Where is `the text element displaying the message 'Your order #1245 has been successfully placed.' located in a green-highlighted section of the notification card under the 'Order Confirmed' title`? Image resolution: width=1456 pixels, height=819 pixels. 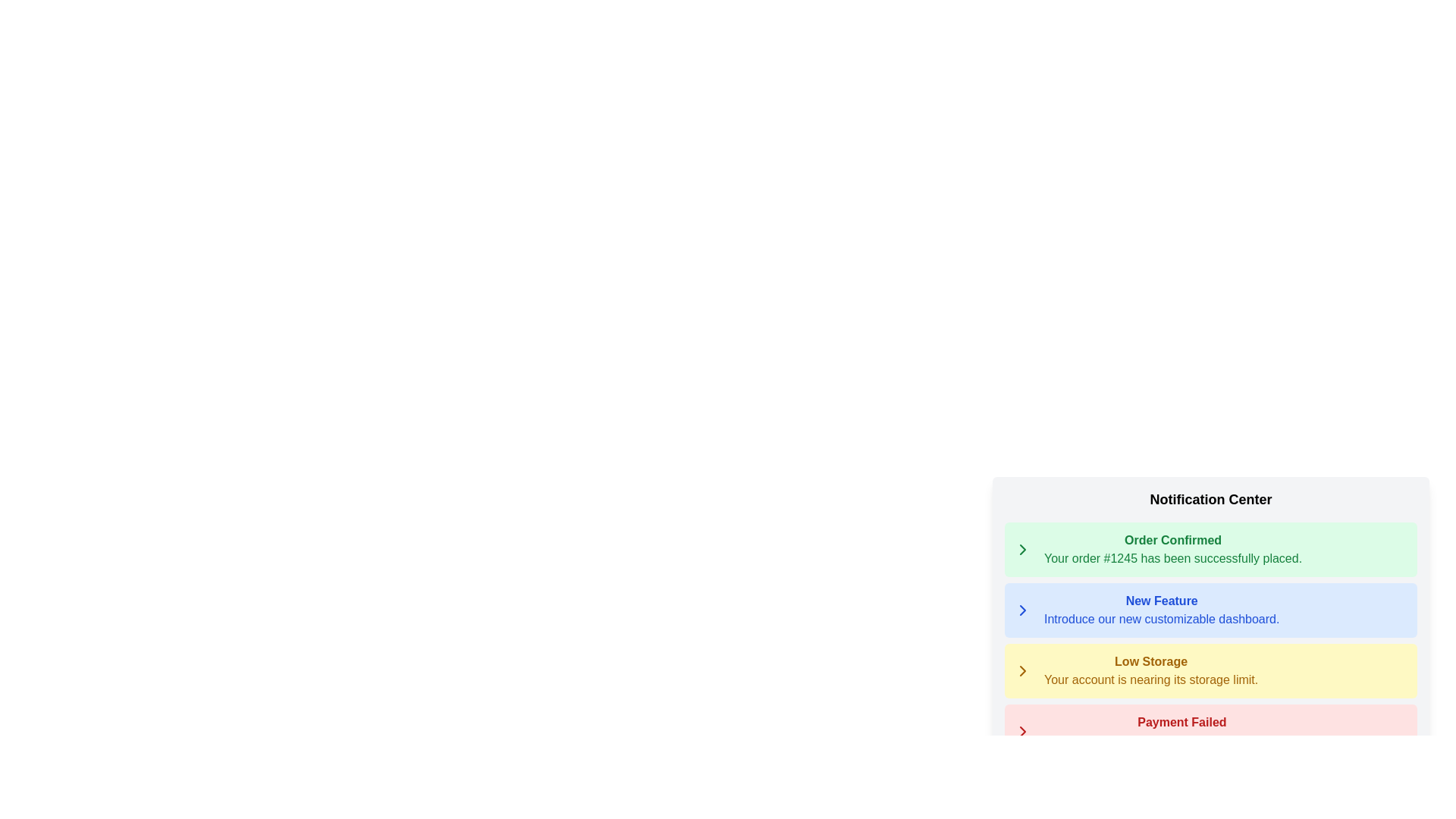
the text element displaying the message 'Your order #1245 has been successfully placed.' located in a green-highlighted section of the notification card under the 'Order Confirmed' title is located at coordinates (1172, 558).